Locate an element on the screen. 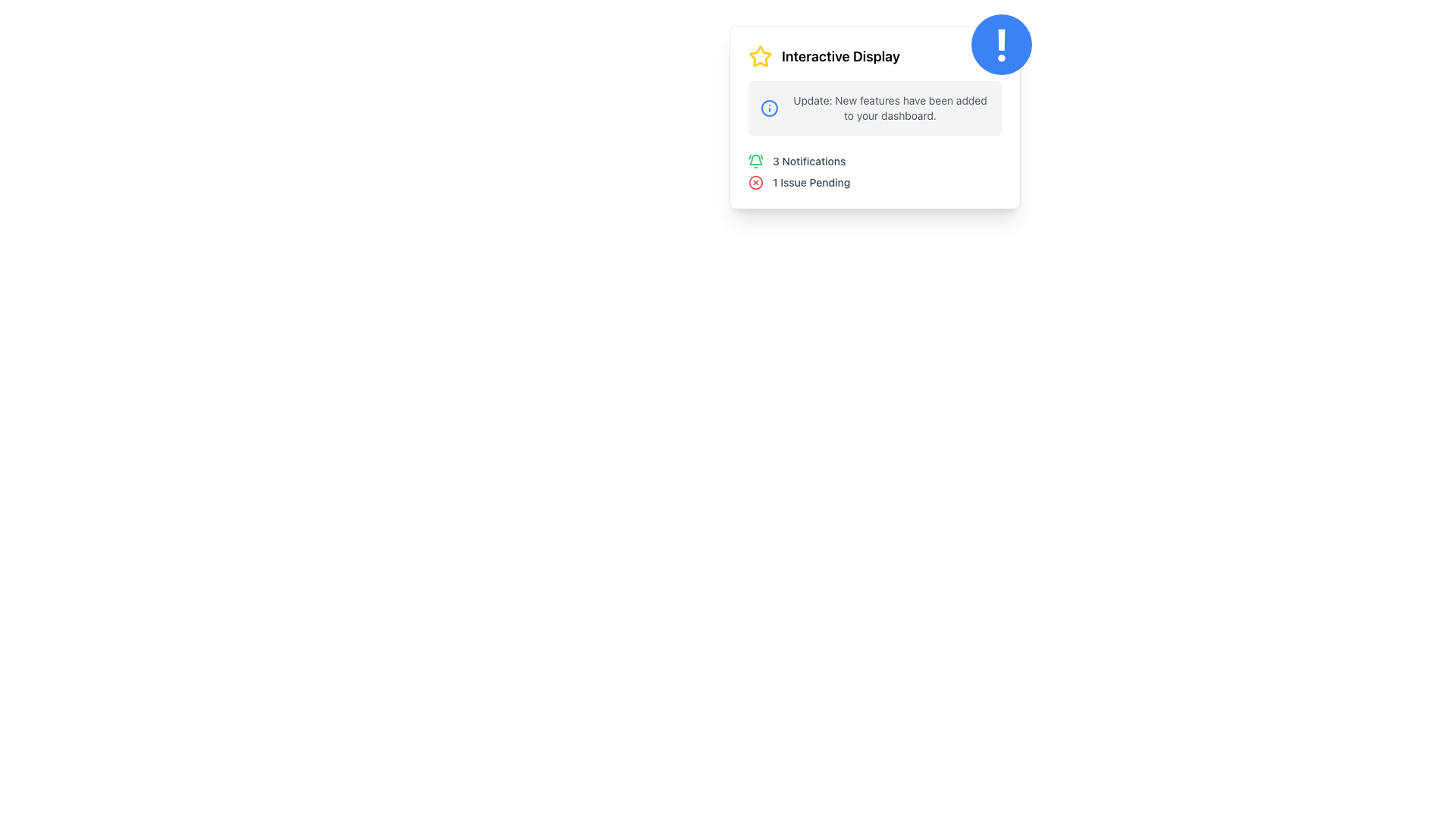 This screenshot has height=819, width=1456. the text label that serves as the heading for the card, located in the upper left corner, to the right of a yellow star icon is located at coordinates (839, 55).